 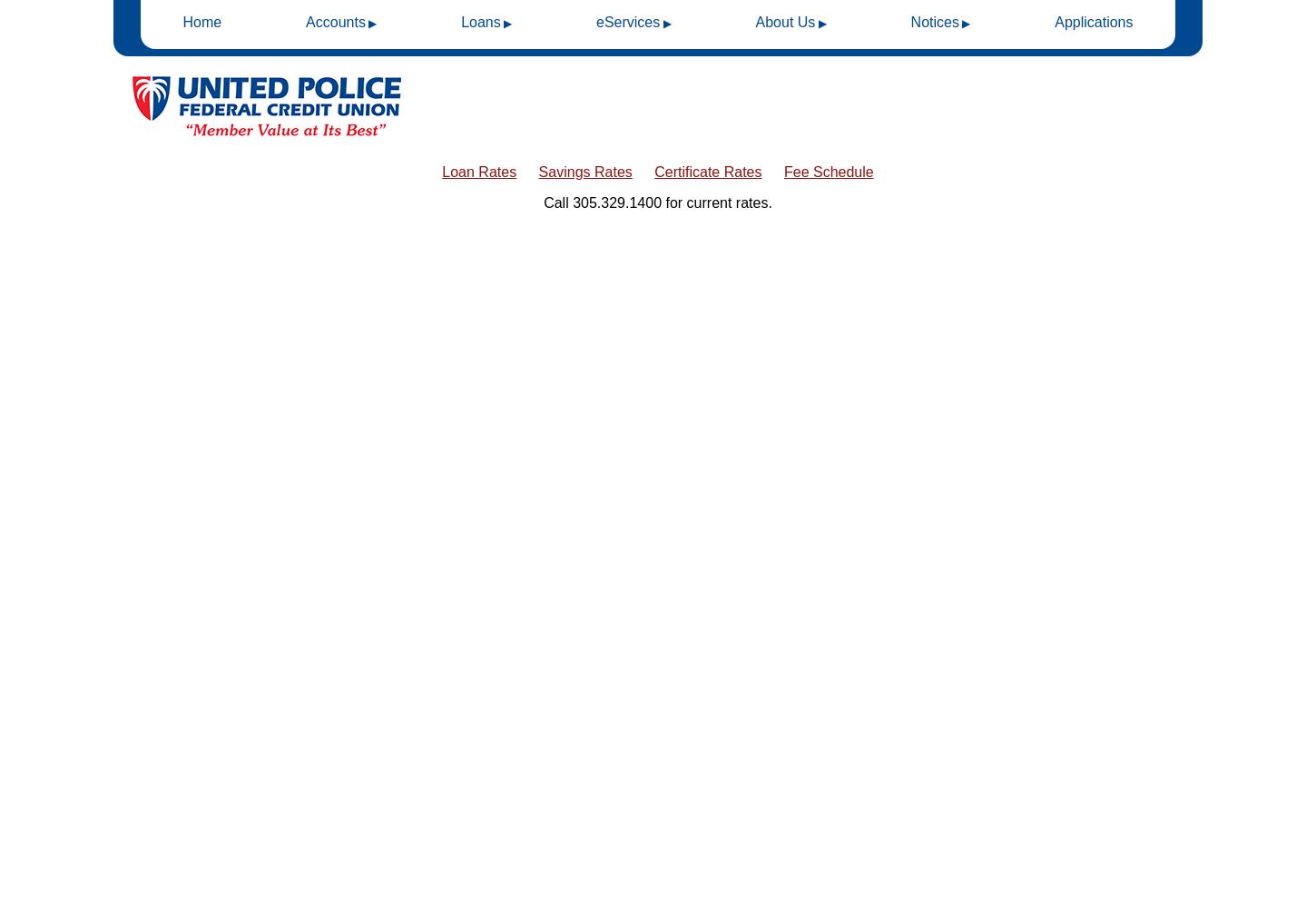 What do you see at coordinates (201, 22) in the screenshot?
I see `'Home'` at bounding box center [201, 22].